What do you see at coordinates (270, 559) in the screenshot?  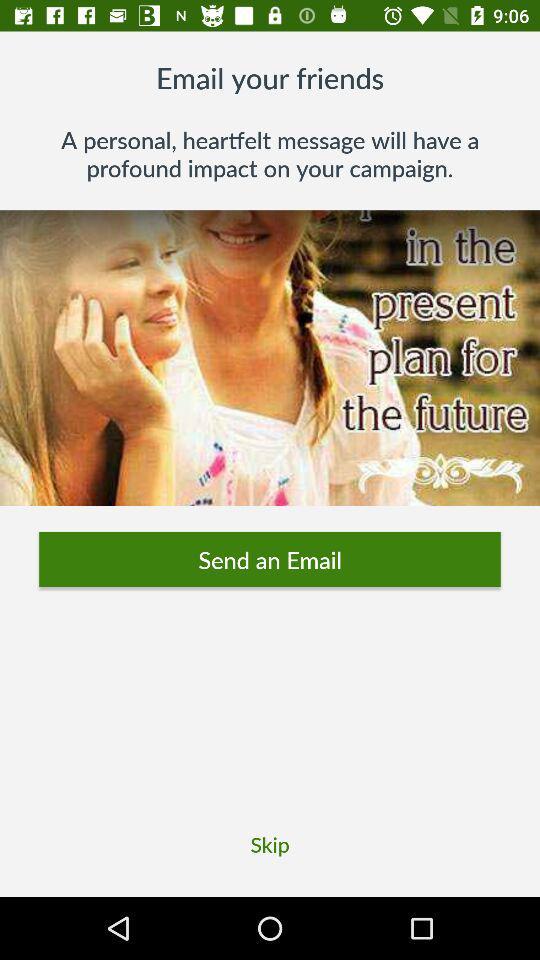 I see `send an email icon` at bounding box center [270, 559].